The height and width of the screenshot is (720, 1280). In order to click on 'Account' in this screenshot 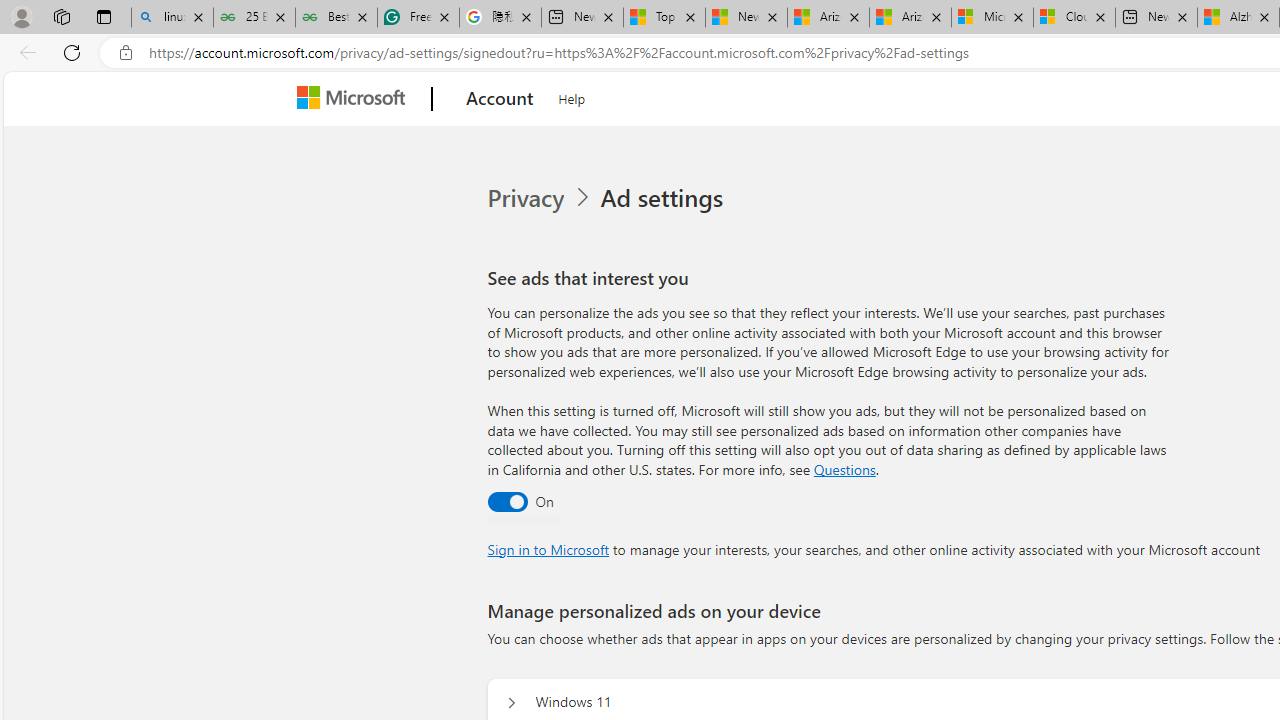, I will do `click(499, 99)`.